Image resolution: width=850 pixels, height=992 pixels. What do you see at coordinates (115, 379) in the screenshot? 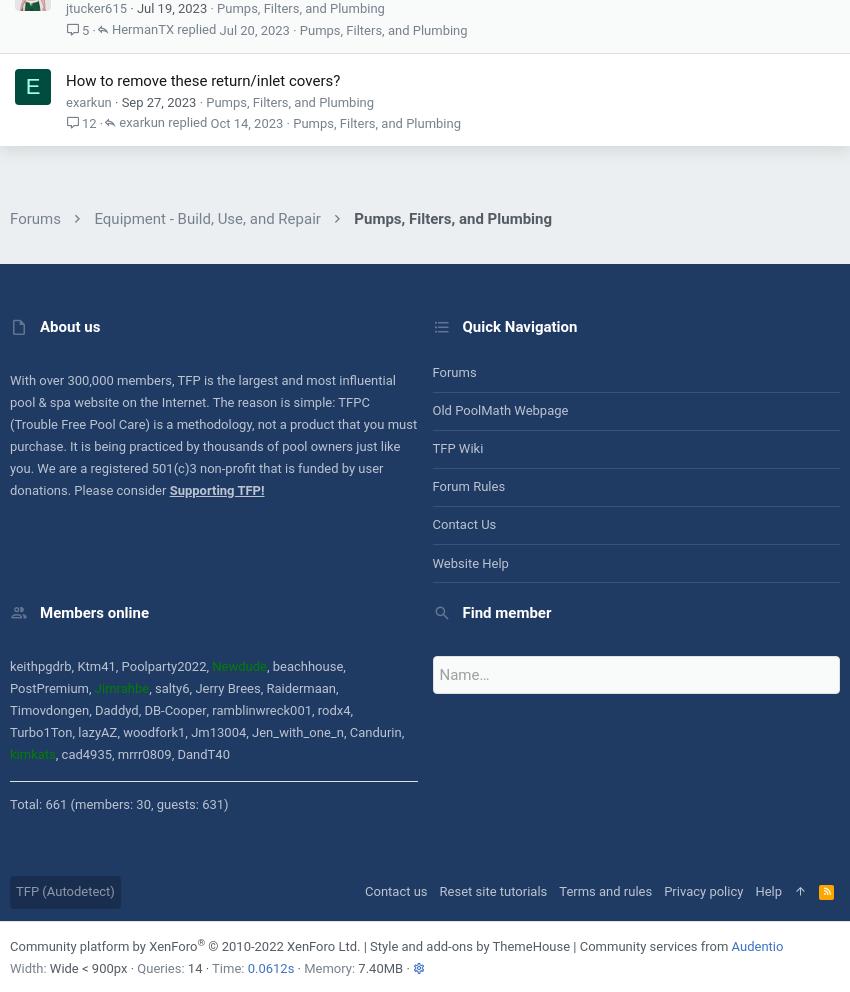
I see `'members'` at bounding box center [115, 379].